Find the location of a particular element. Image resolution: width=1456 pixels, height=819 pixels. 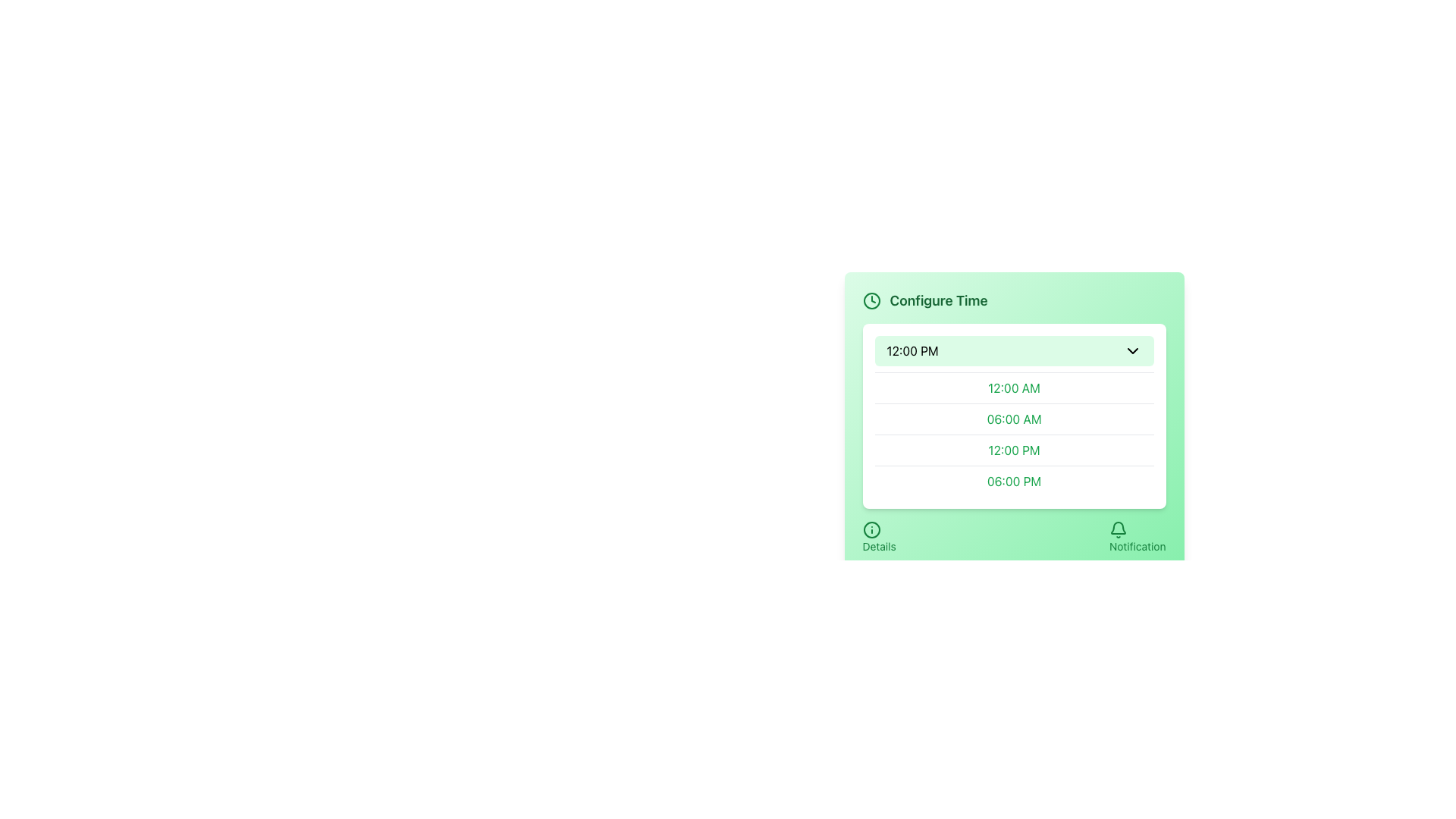

the SVG Circle element that is part of the informational icon located in the bottom-left corner of the interface, near the 'Details' label is located at coordinates (871, 529).